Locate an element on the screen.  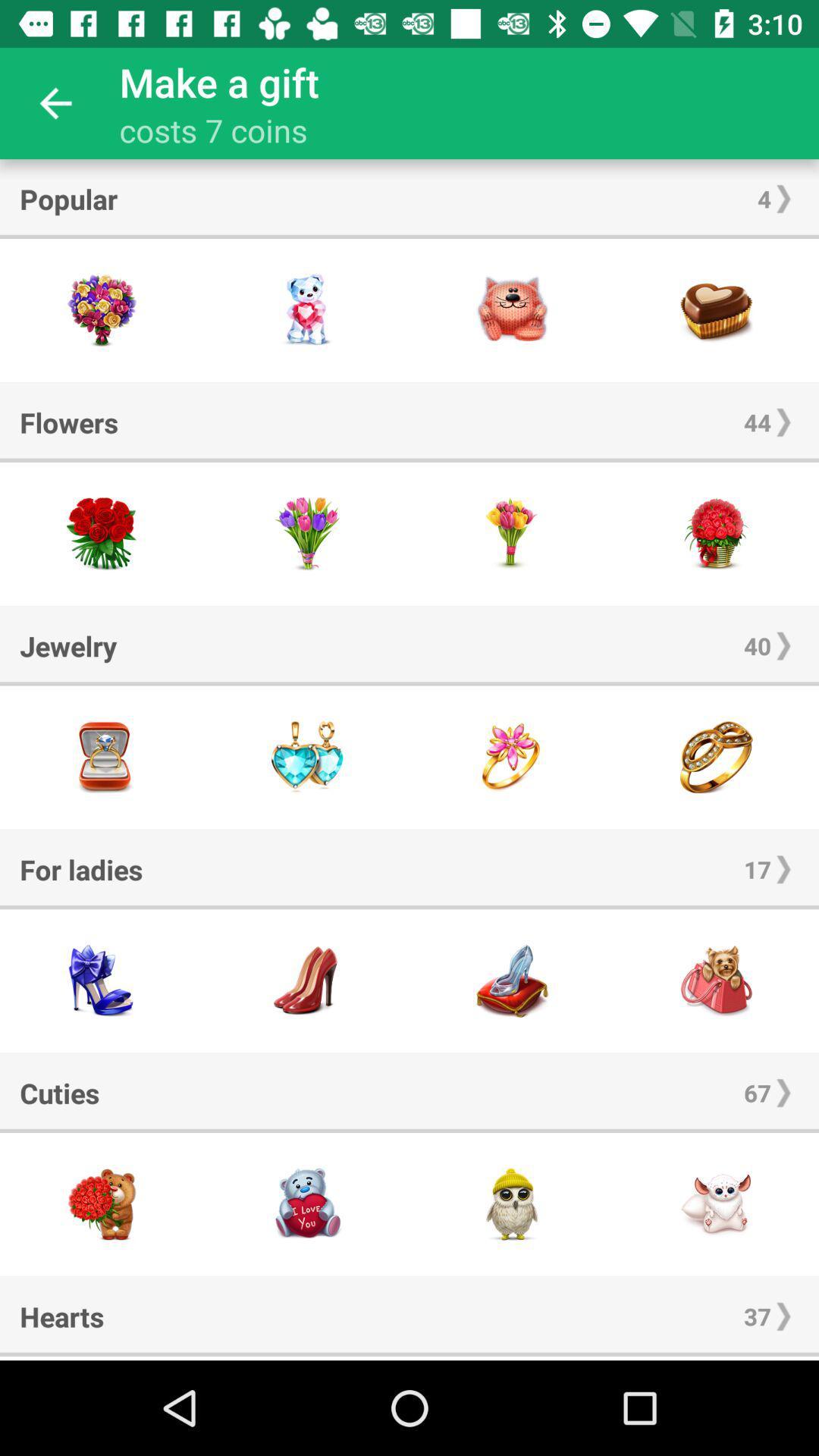
gift option is located at coordinates (102, 981).